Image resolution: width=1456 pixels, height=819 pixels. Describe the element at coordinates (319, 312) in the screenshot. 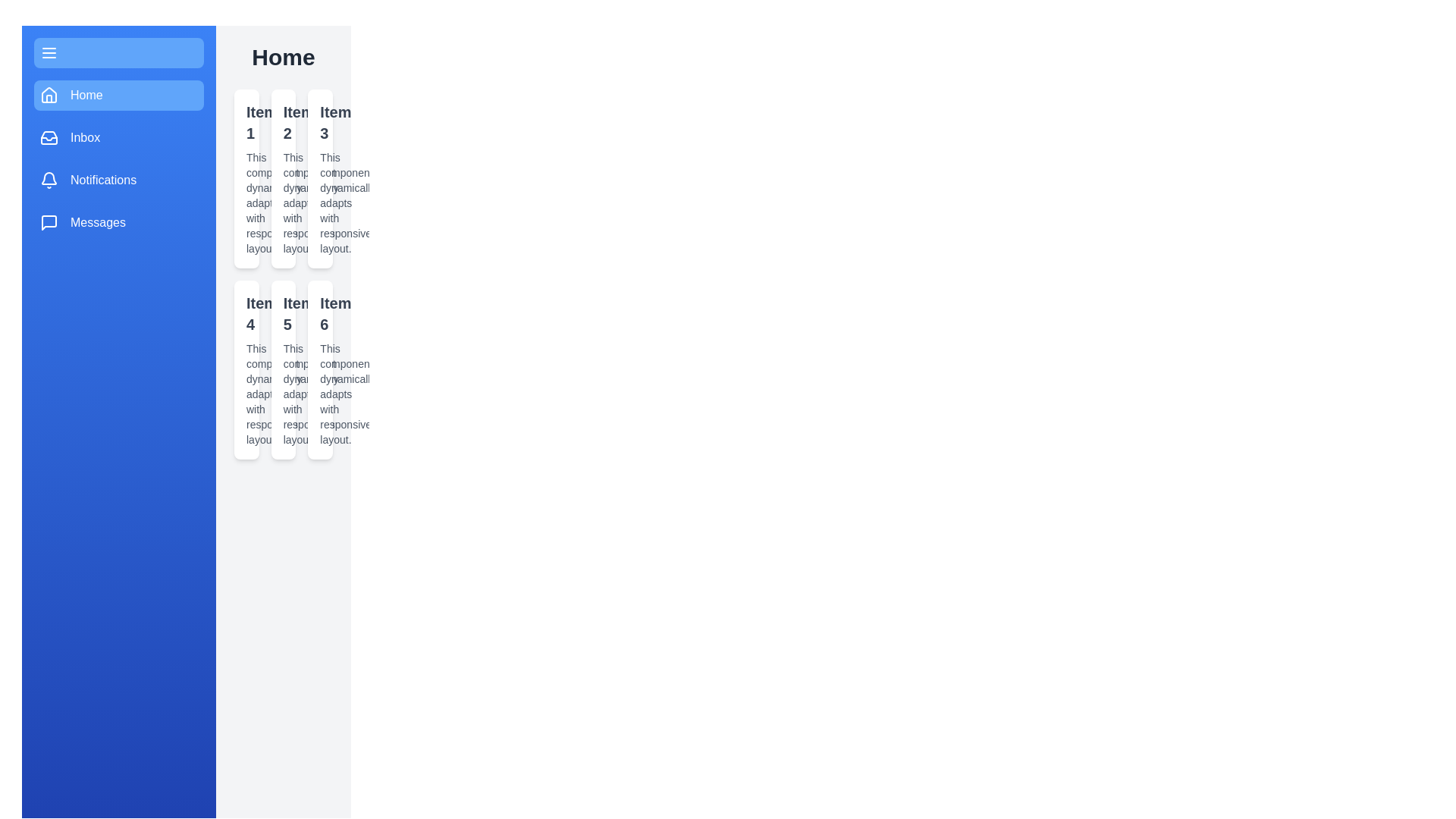

I see `text label located at the top of the rightmost card in the second row of the columnar layout` at that location.